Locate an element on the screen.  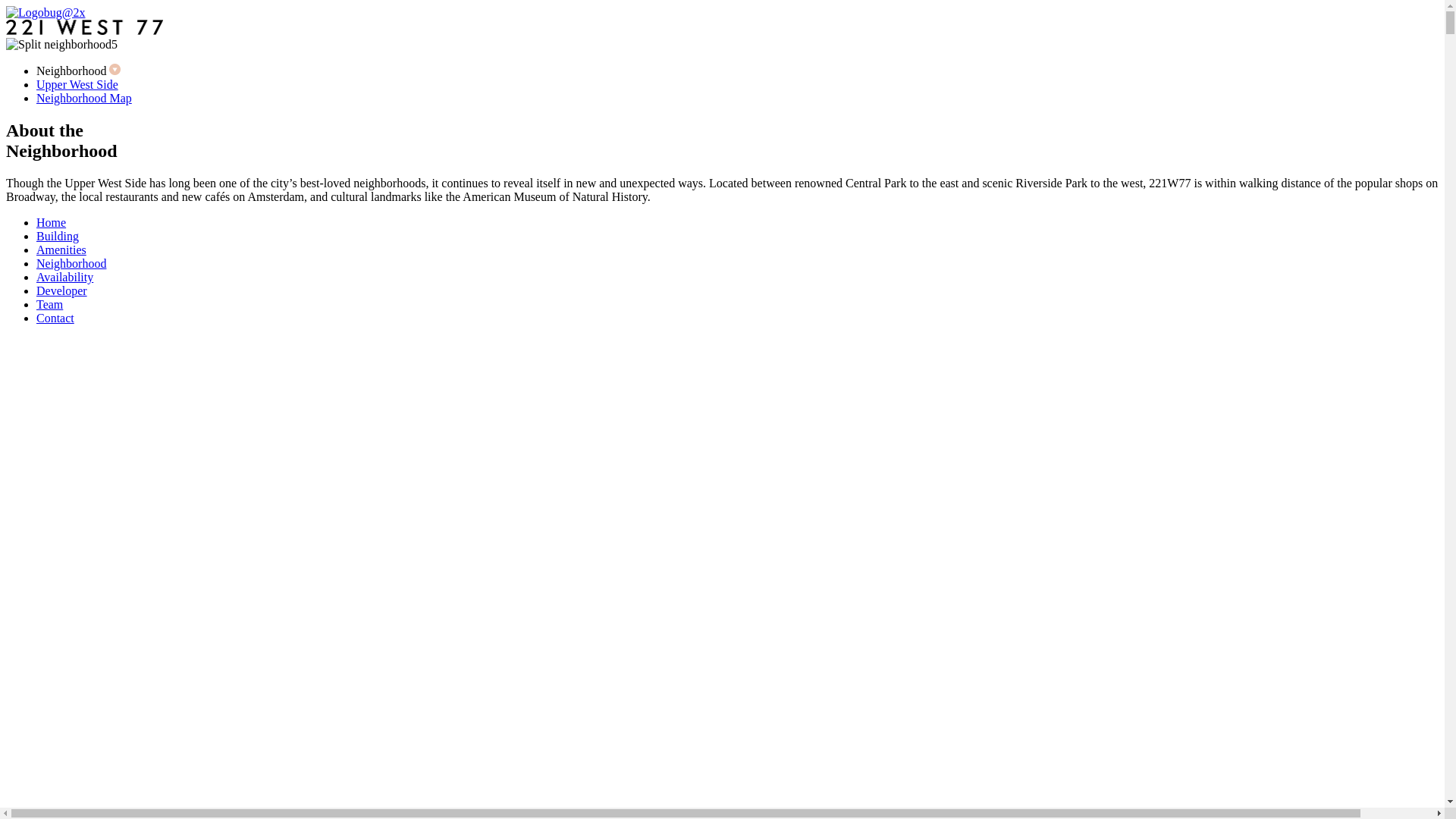
'Home' is located at coordinates (51, 222).